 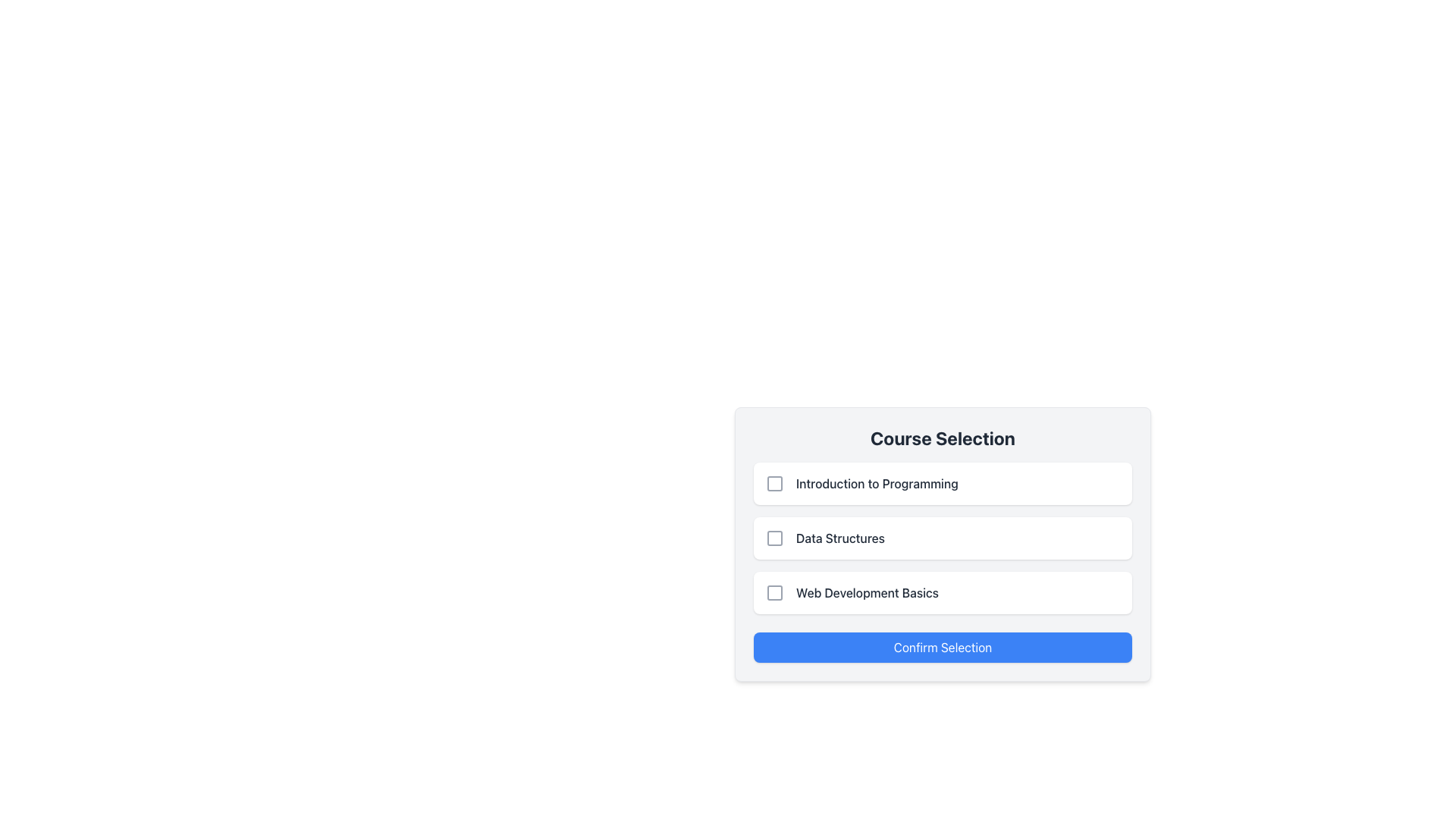 I want to click on the 'Data Structures' button with integrated checkbox, which is the second option in a vertical list, so click(x=942, y=537).